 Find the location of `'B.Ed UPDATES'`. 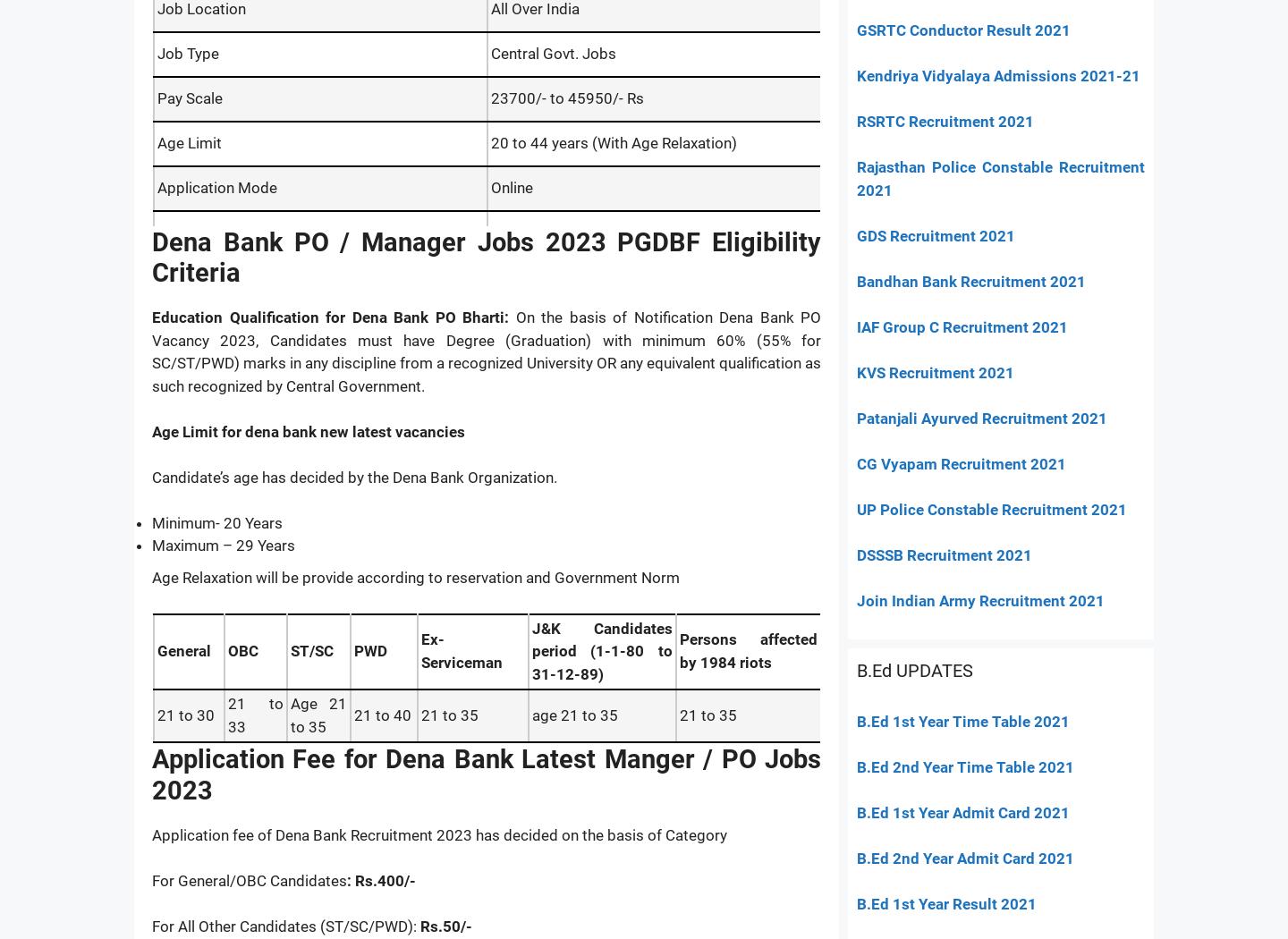

'B.Ed UPDATES' is located at coordinates (914, 671).